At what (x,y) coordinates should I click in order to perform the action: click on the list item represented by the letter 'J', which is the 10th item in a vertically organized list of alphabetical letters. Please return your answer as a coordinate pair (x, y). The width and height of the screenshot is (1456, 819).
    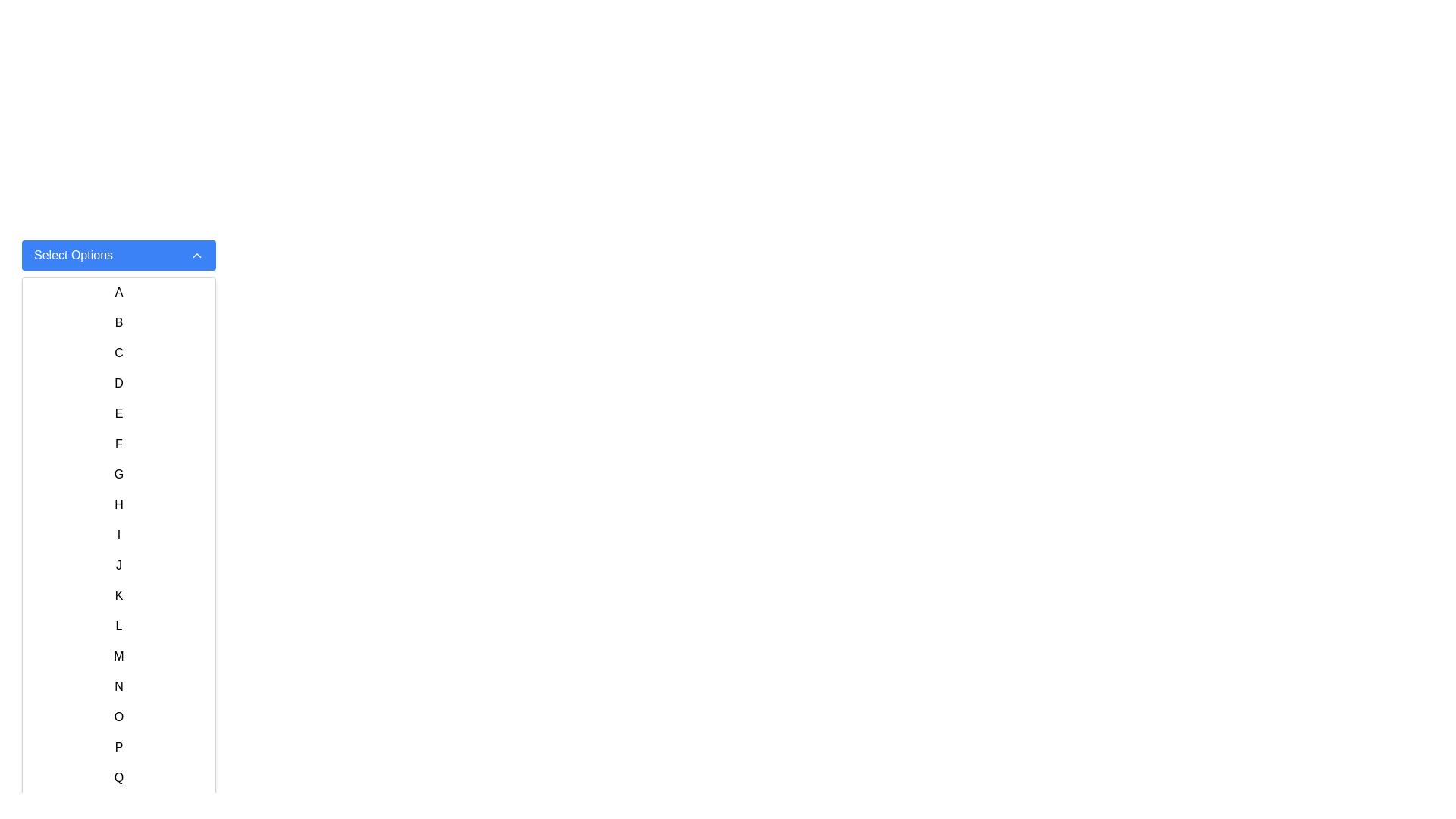
    Looking at the image, I should click on (118, 565).